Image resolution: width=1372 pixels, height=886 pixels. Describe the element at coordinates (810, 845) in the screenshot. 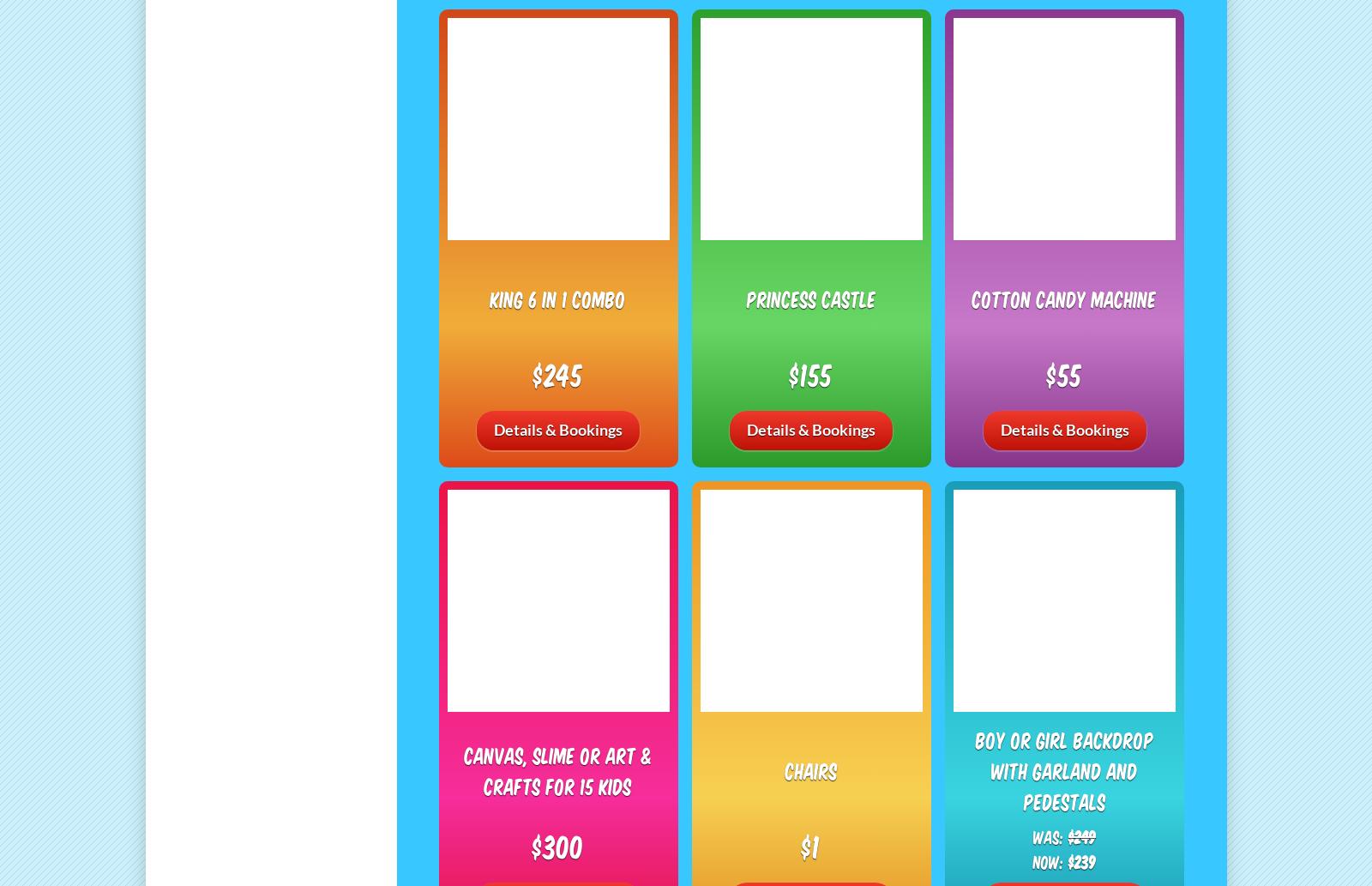

I see `'$1'` at that location.